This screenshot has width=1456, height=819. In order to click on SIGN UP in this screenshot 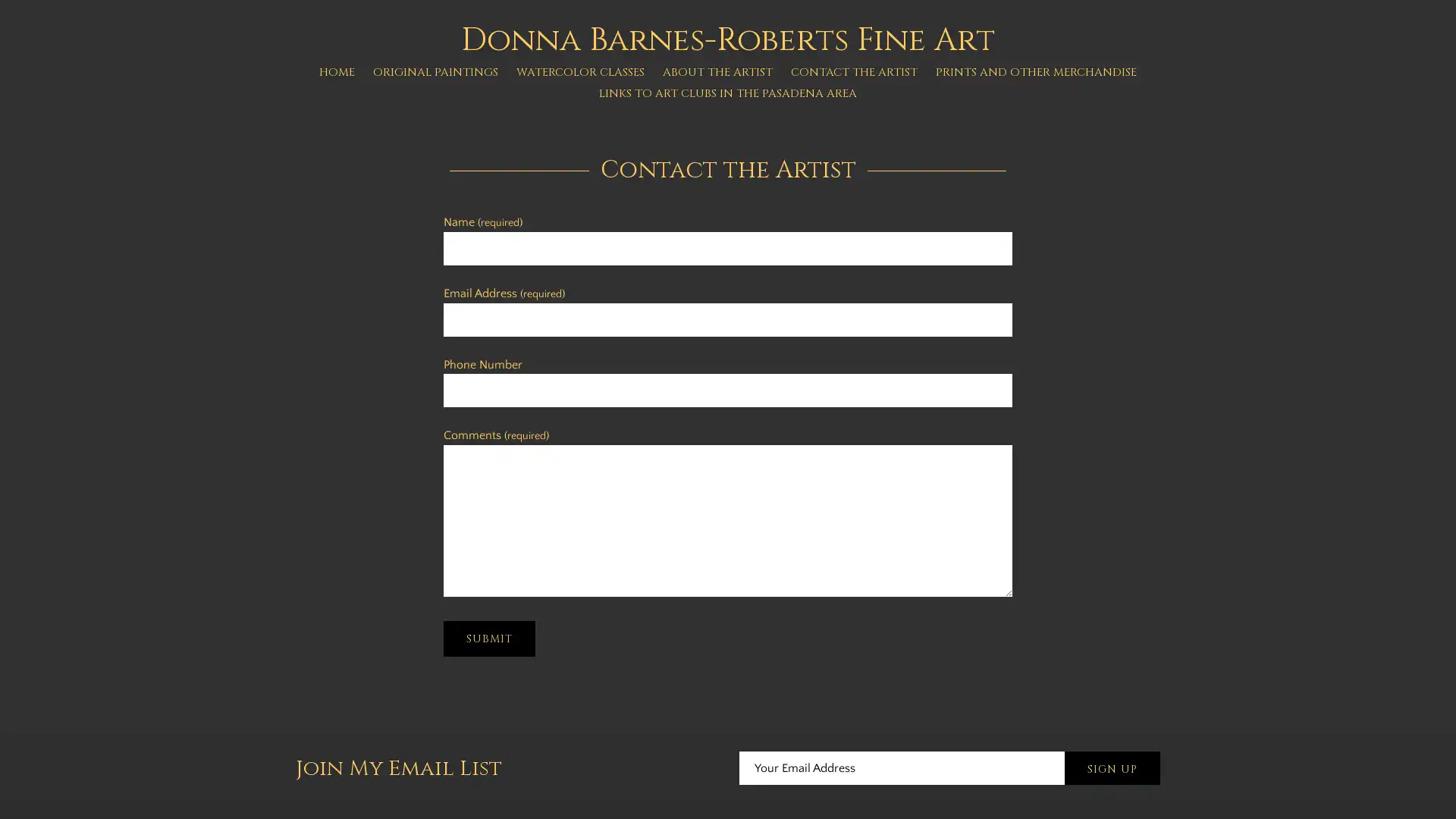, I will do `click(1112, 769)`.